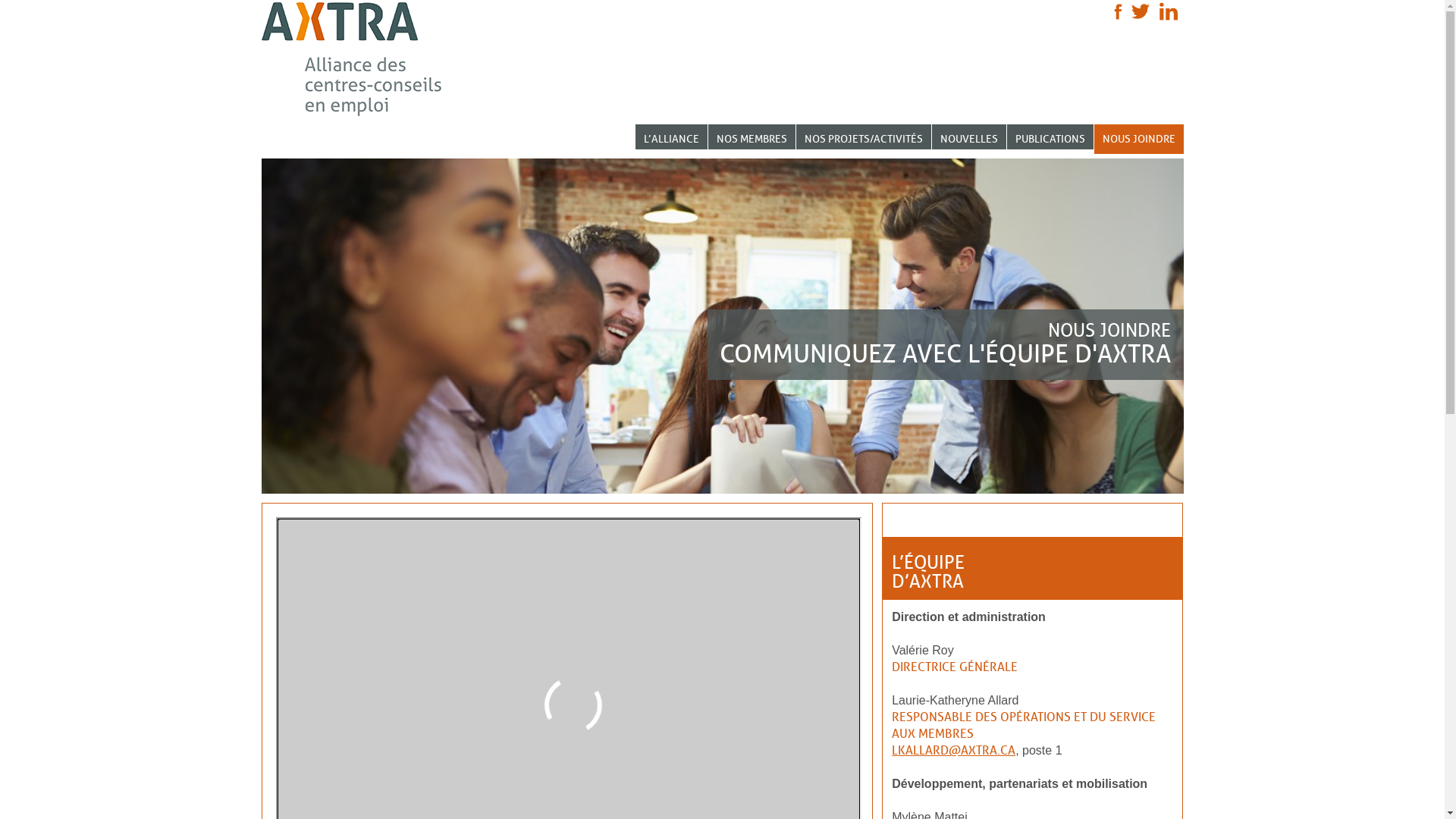  What do you see at coordinates (952, 749) in the screenshot?
I see `'LKALLARD@AXTRA.CA'` at bounding box center [952, 749].